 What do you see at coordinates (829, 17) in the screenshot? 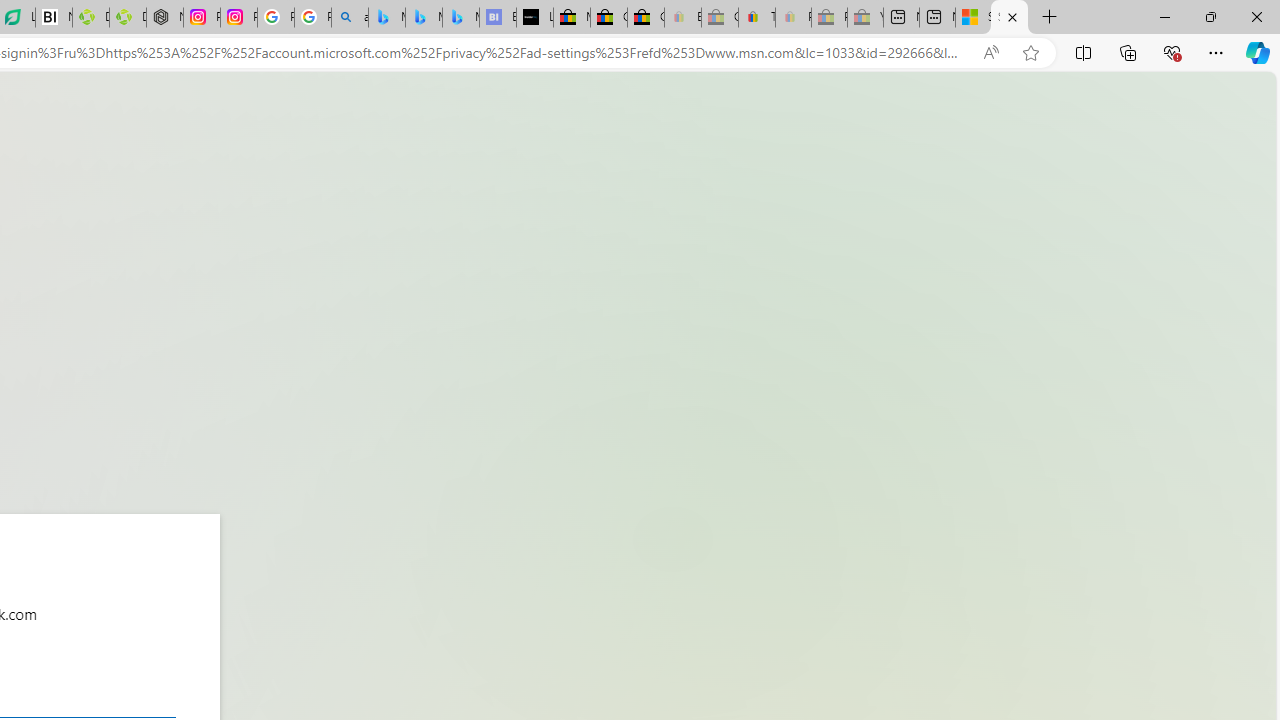
I see `'Press Room - eBay Inc. - Sleeping'` at bounding box center [829, 17].